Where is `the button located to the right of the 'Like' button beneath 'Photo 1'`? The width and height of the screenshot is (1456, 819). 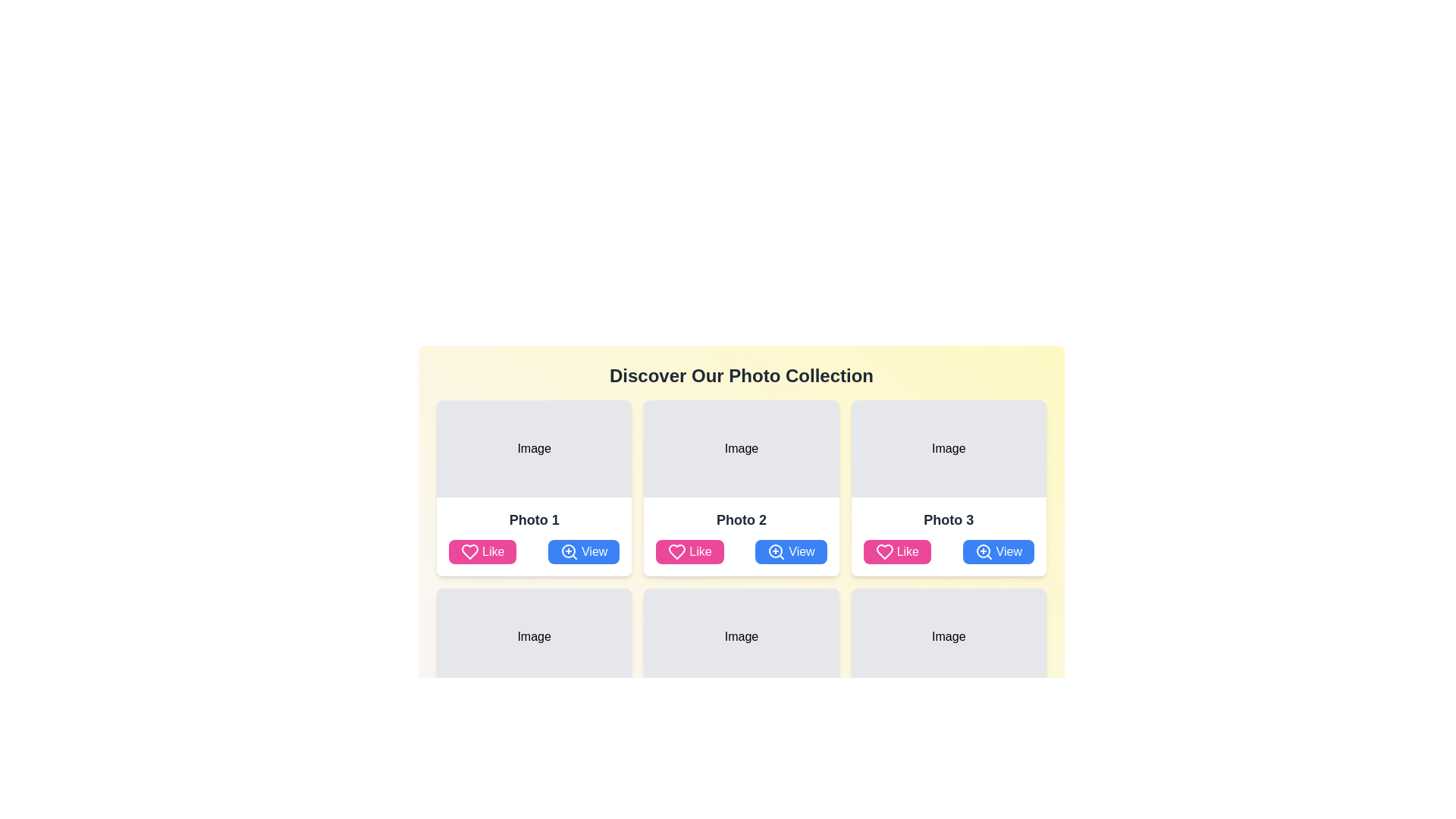
the button located to the right of the 'Like' button beneath 'Photo 1' is located at coordinates (583, 552).